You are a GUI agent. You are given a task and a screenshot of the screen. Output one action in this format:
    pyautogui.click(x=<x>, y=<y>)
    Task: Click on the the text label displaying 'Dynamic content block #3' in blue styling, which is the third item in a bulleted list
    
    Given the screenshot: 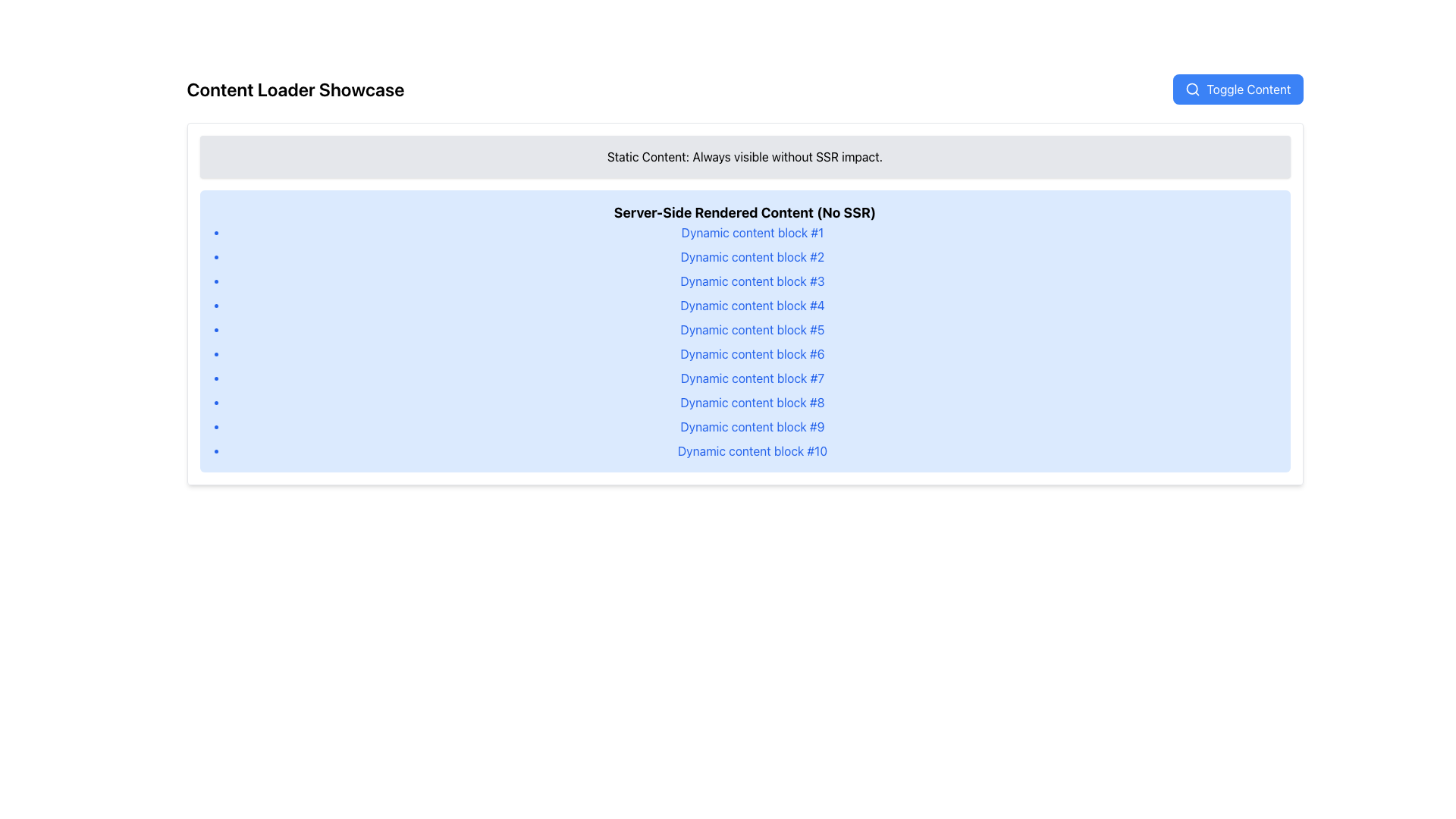 What is the action you would take?
    pyautogui.click(x=752, y=281)
    